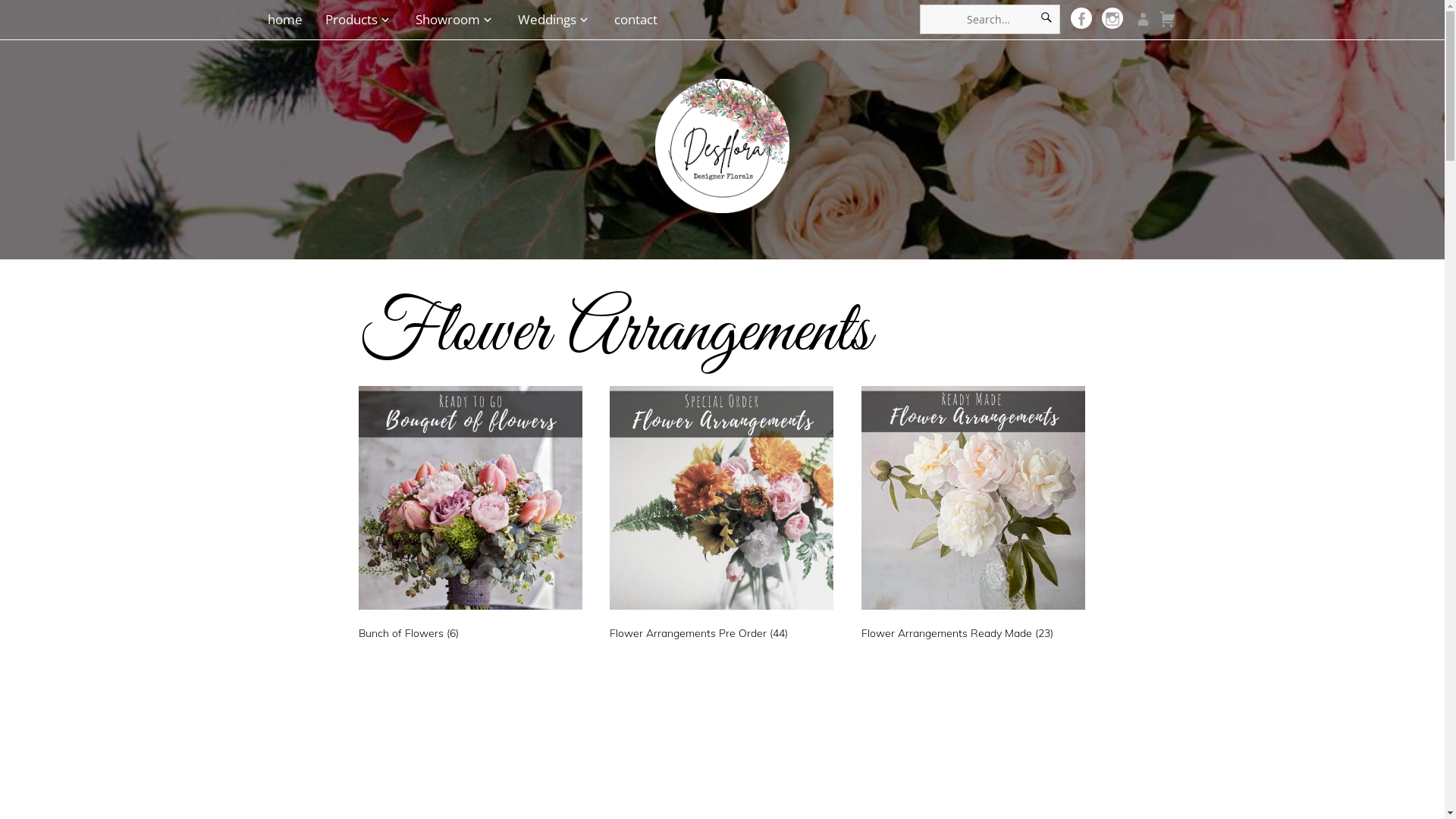 This screenshot has height=819, width=1456. I want to click on 'Showroom', so click(454, 19).